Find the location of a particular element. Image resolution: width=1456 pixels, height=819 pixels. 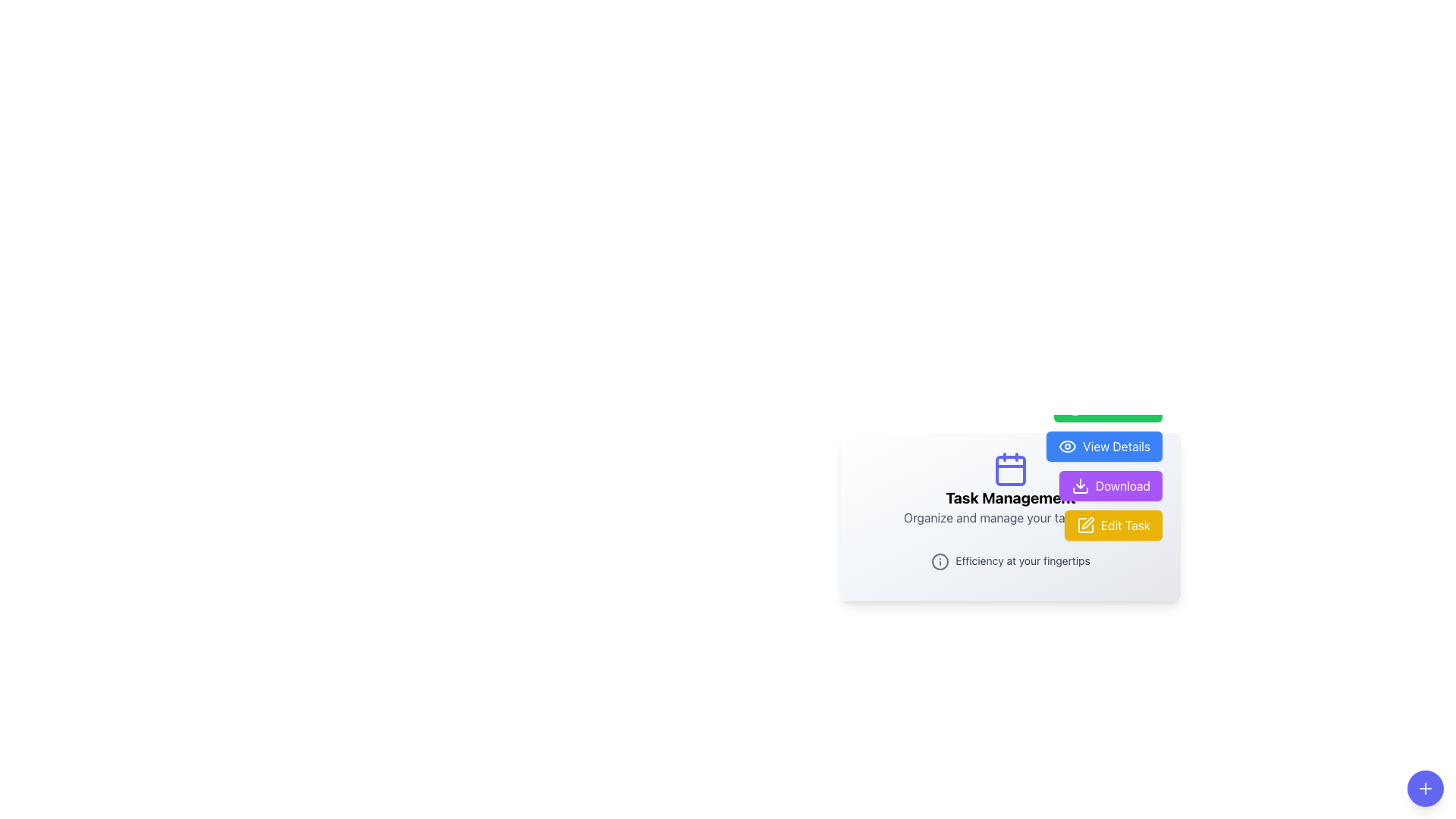

the lower segment of the graphical download icon, which is part of the purple rectangular button labeled 'Download' is located at coordinates (1079, 490).